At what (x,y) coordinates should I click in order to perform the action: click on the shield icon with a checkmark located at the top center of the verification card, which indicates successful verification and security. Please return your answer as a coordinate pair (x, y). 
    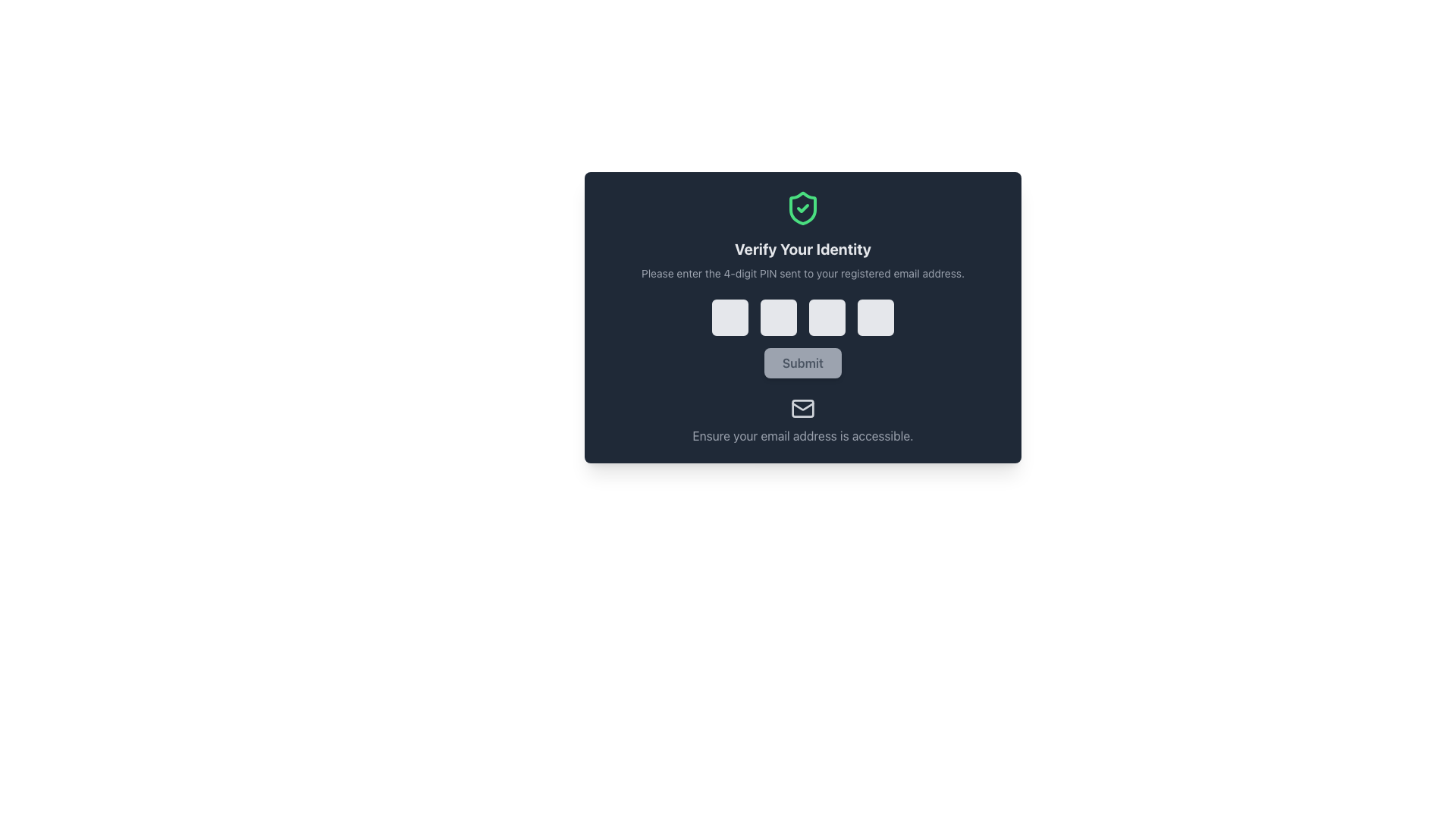
    Looking at the image, I should click on (802, 208).